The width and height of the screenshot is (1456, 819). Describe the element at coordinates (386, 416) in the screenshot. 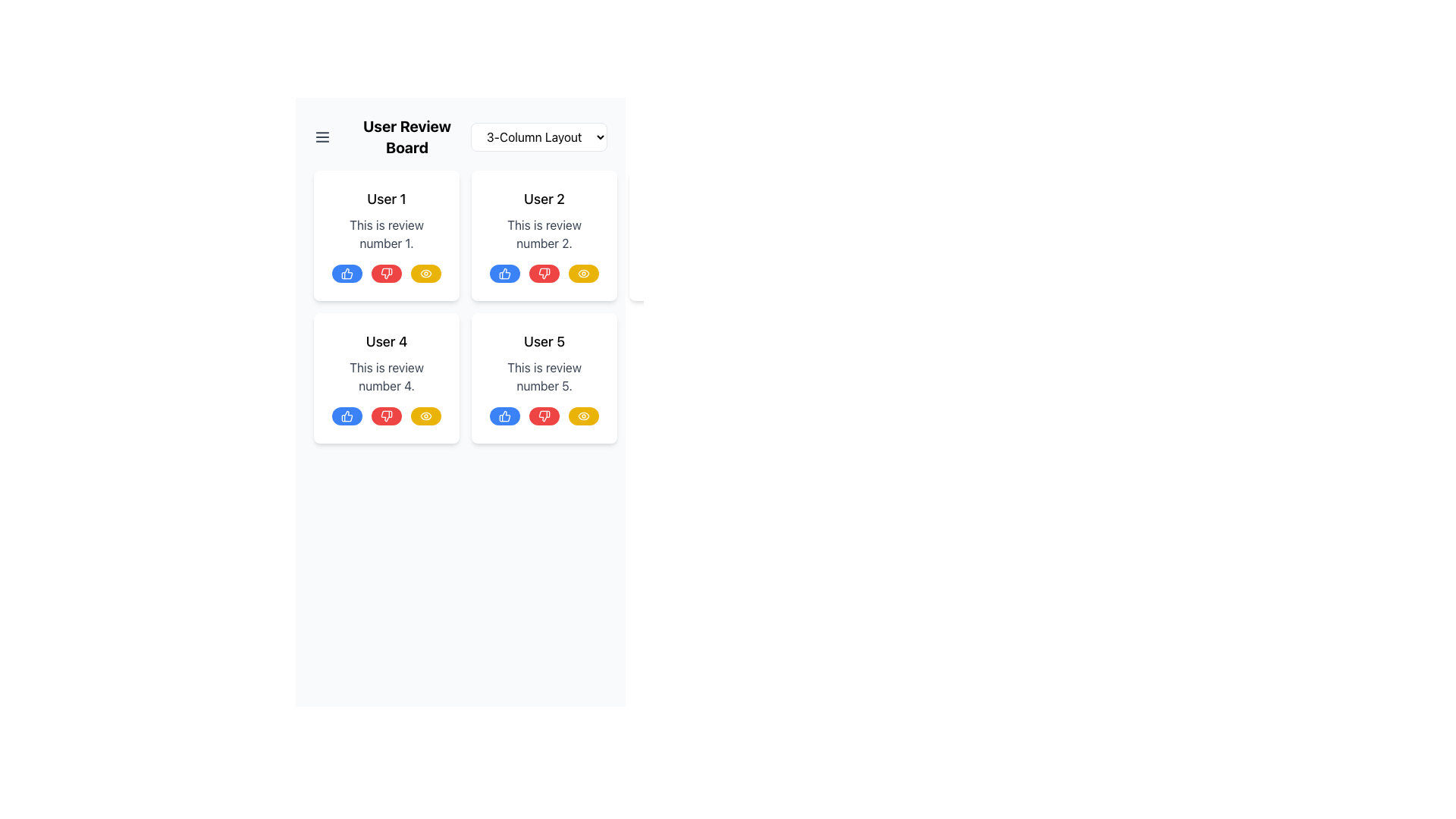

I see `the thumbs-down button, which is the middle button in a set of three buttons below 'User 4'` at that location.